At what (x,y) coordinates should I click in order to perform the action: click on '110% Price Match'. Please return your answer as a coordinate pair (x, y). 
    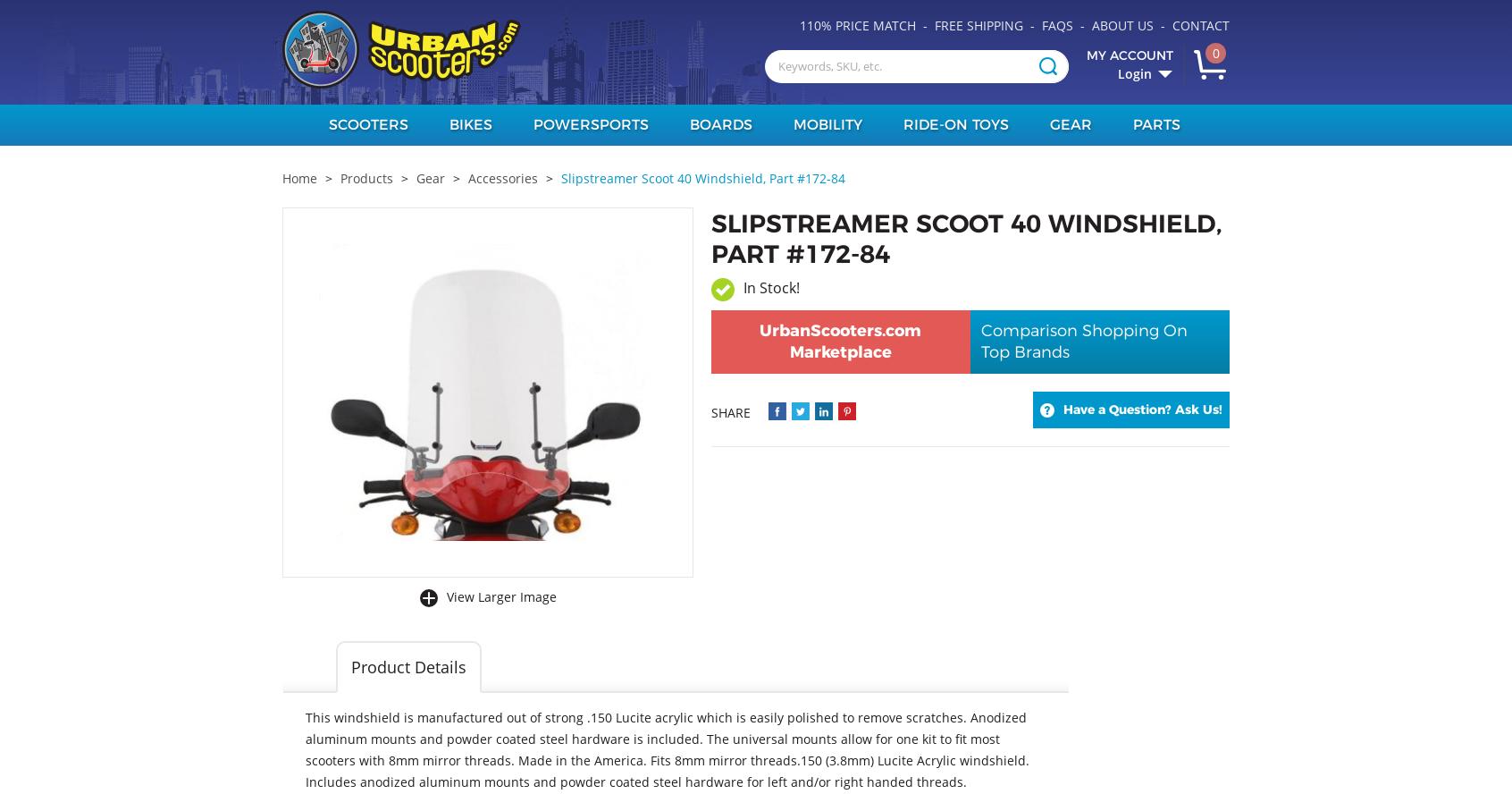
    Looking at the image, I should click on (858, 24).